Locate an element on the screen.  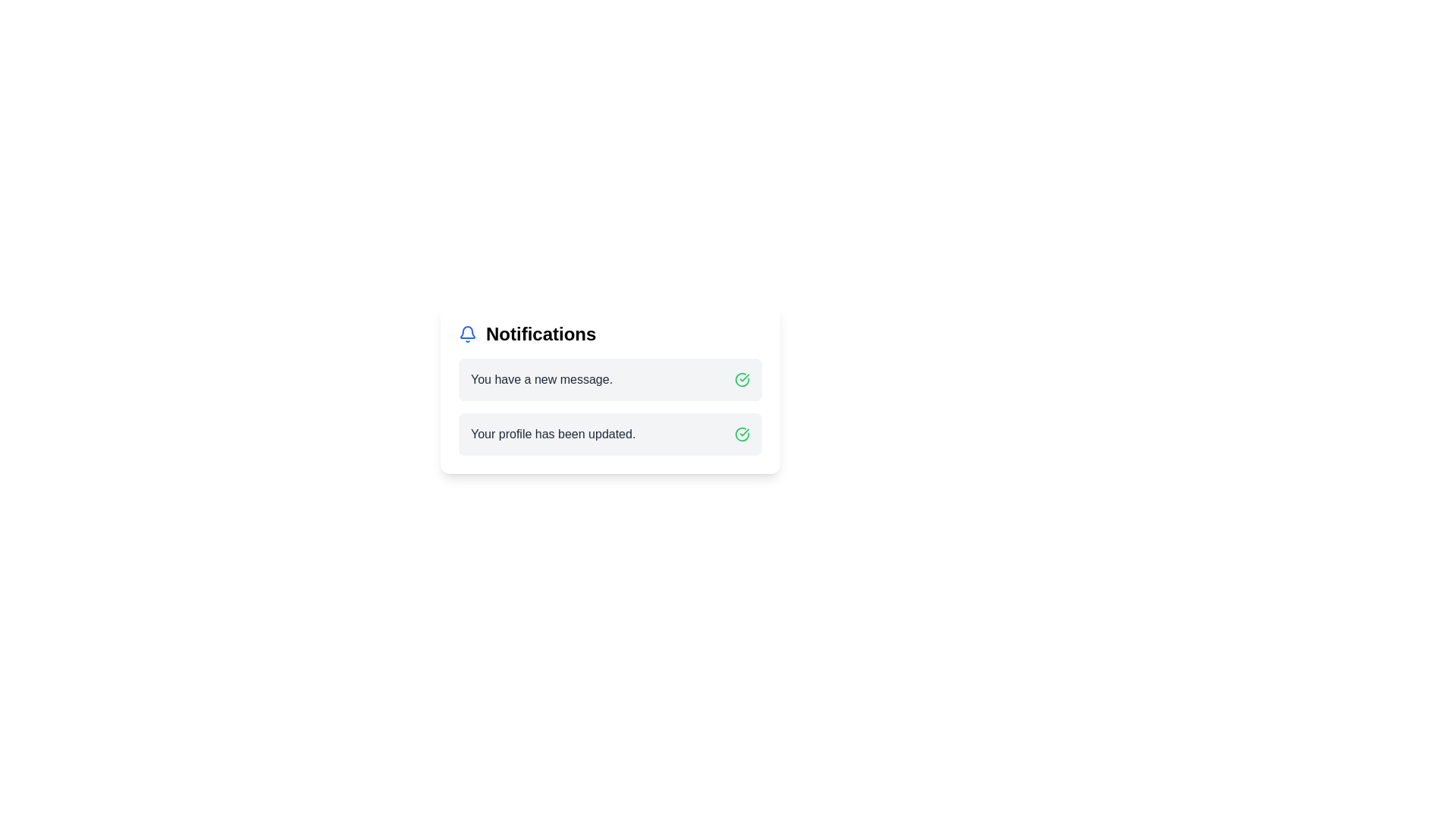
the green circular icon resembling a check mark to acknowledge the notification titled 'Your profile has been updated.' is located at coordinates (742, 435).